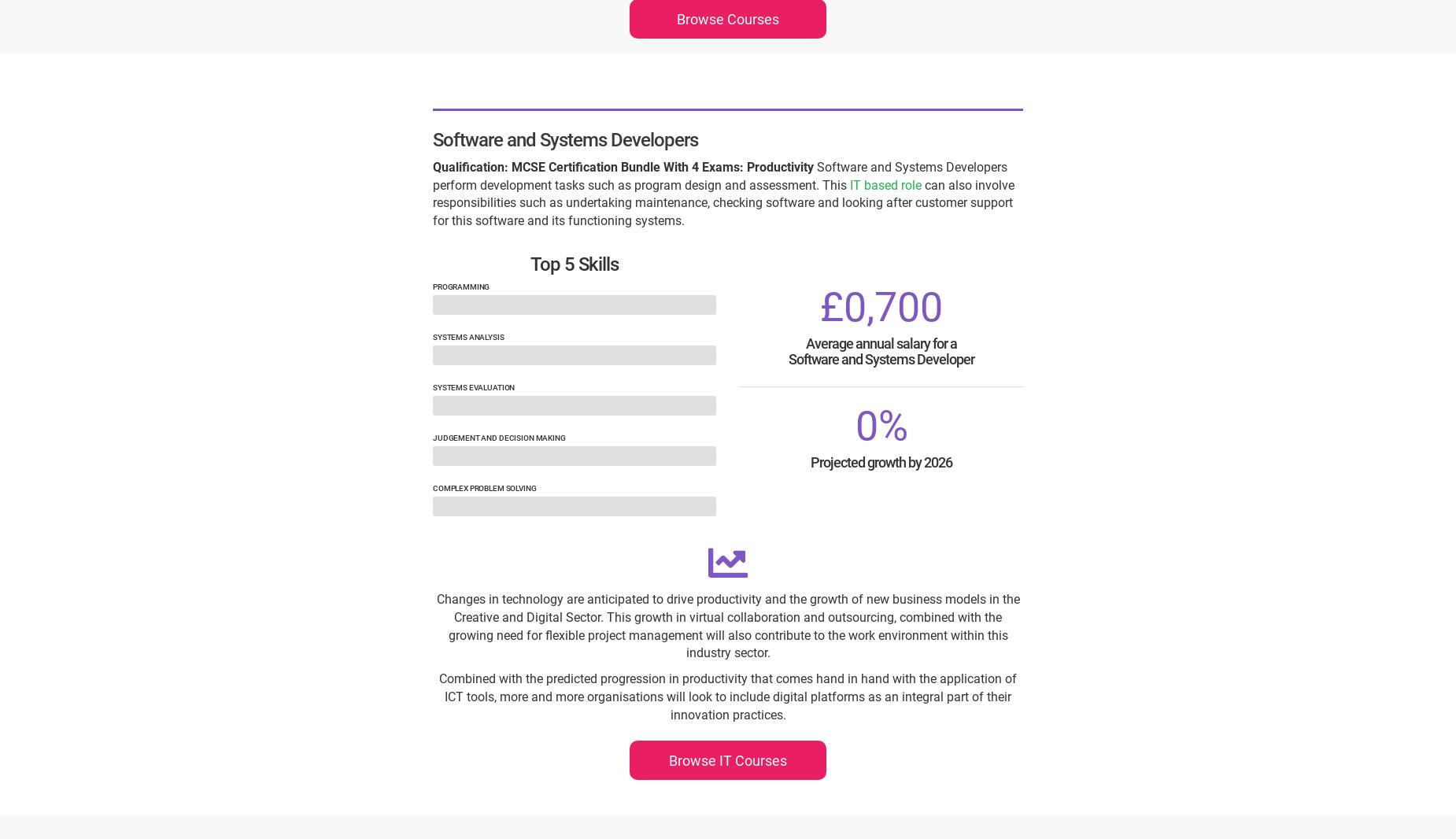 This screenshot has width=1456, height=839. What do you see at coordinates (880, 358) in the screenshot?
I see `'Software and Systems Developer'` at bounding box center [880, 358].